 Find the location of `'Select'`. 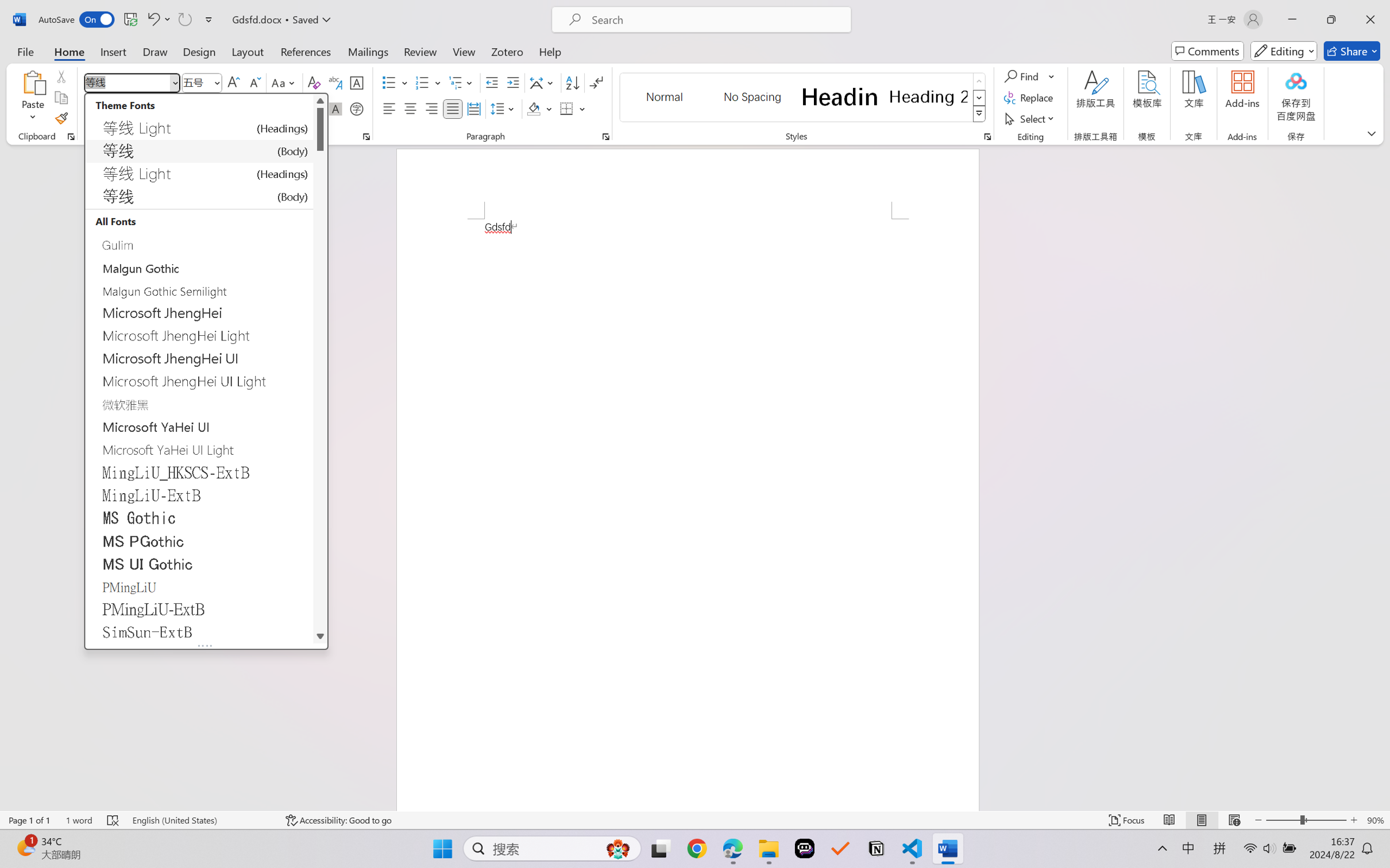

'Select' is located at coordinates (1031, 119).